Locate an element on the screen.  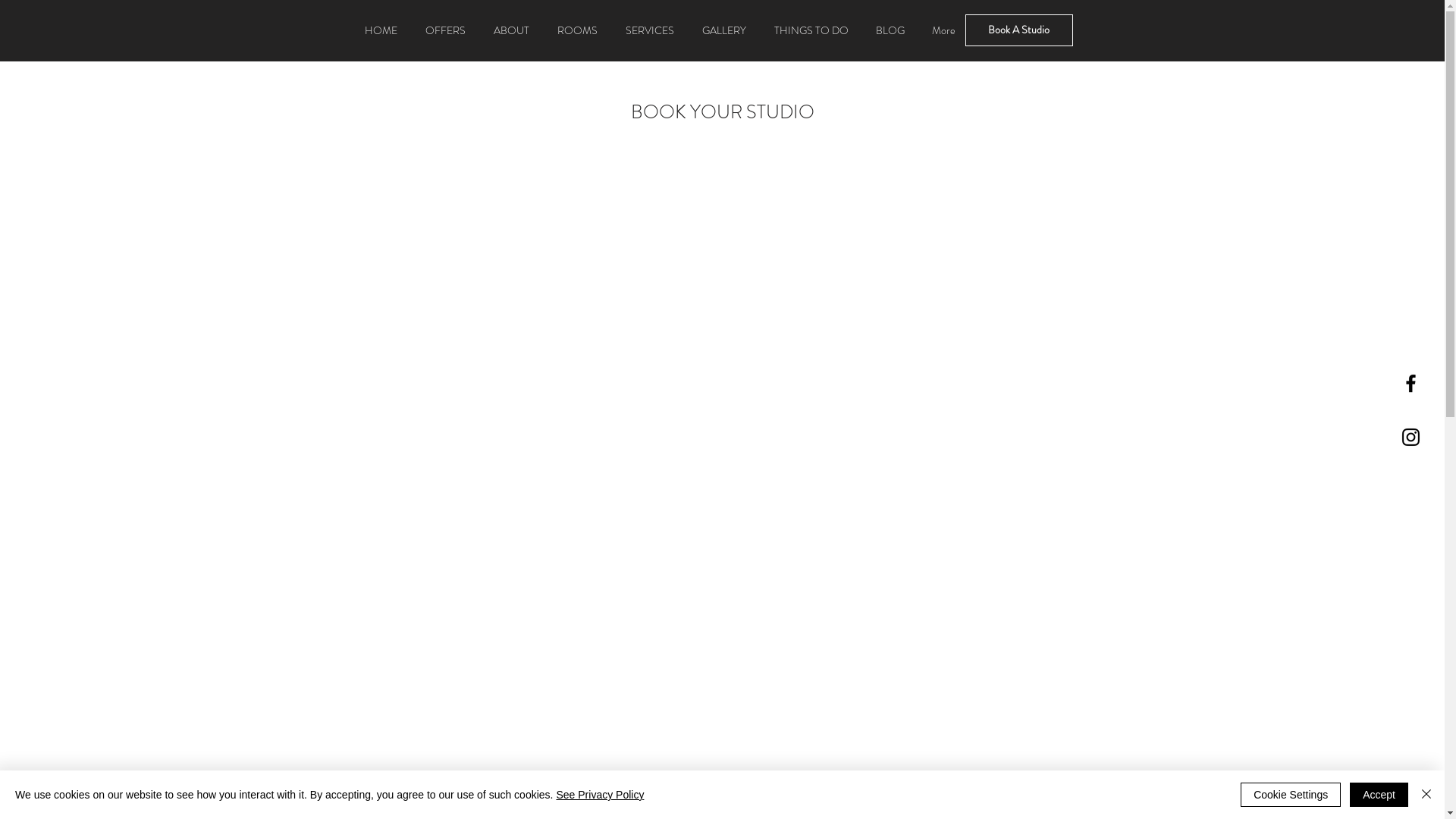
'See Privacy Policy' is located at coordinates (555, 794).